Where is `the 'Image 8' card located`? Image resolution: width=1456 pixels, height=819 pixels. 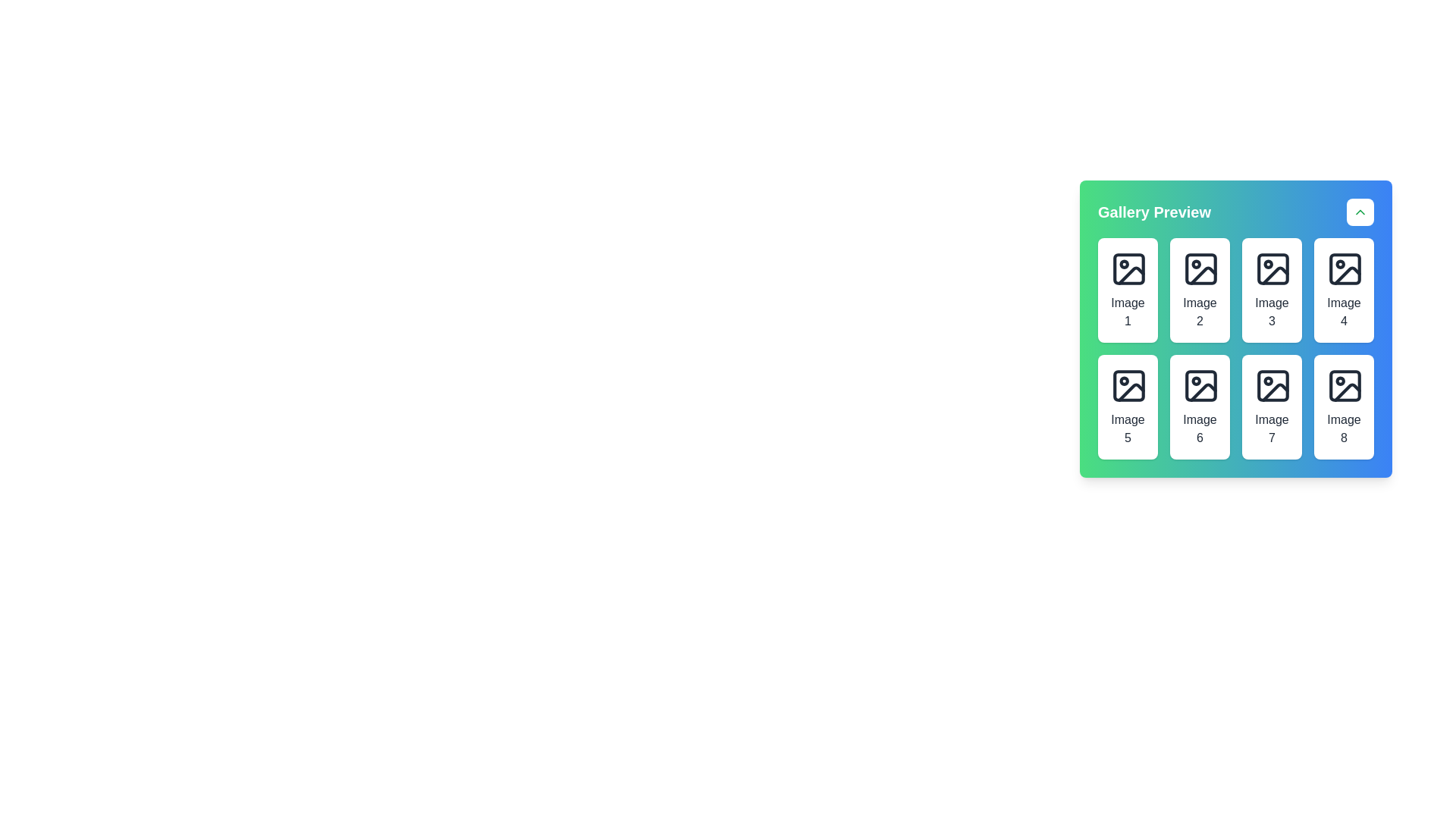 the 'Image 8' card located is located at coordinates (1344, 406).